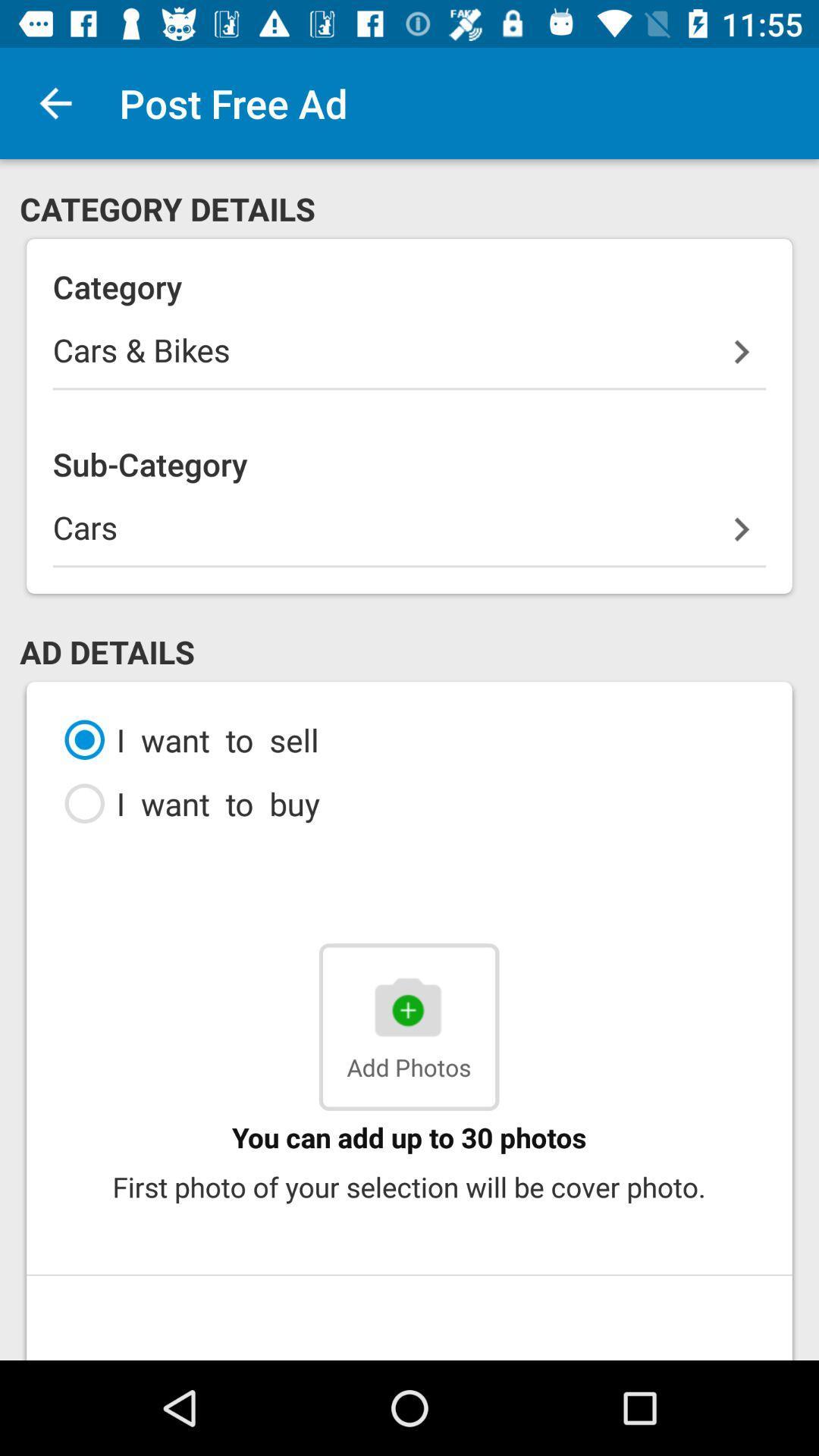  I want to click on item below category icon, so click(409, 358).